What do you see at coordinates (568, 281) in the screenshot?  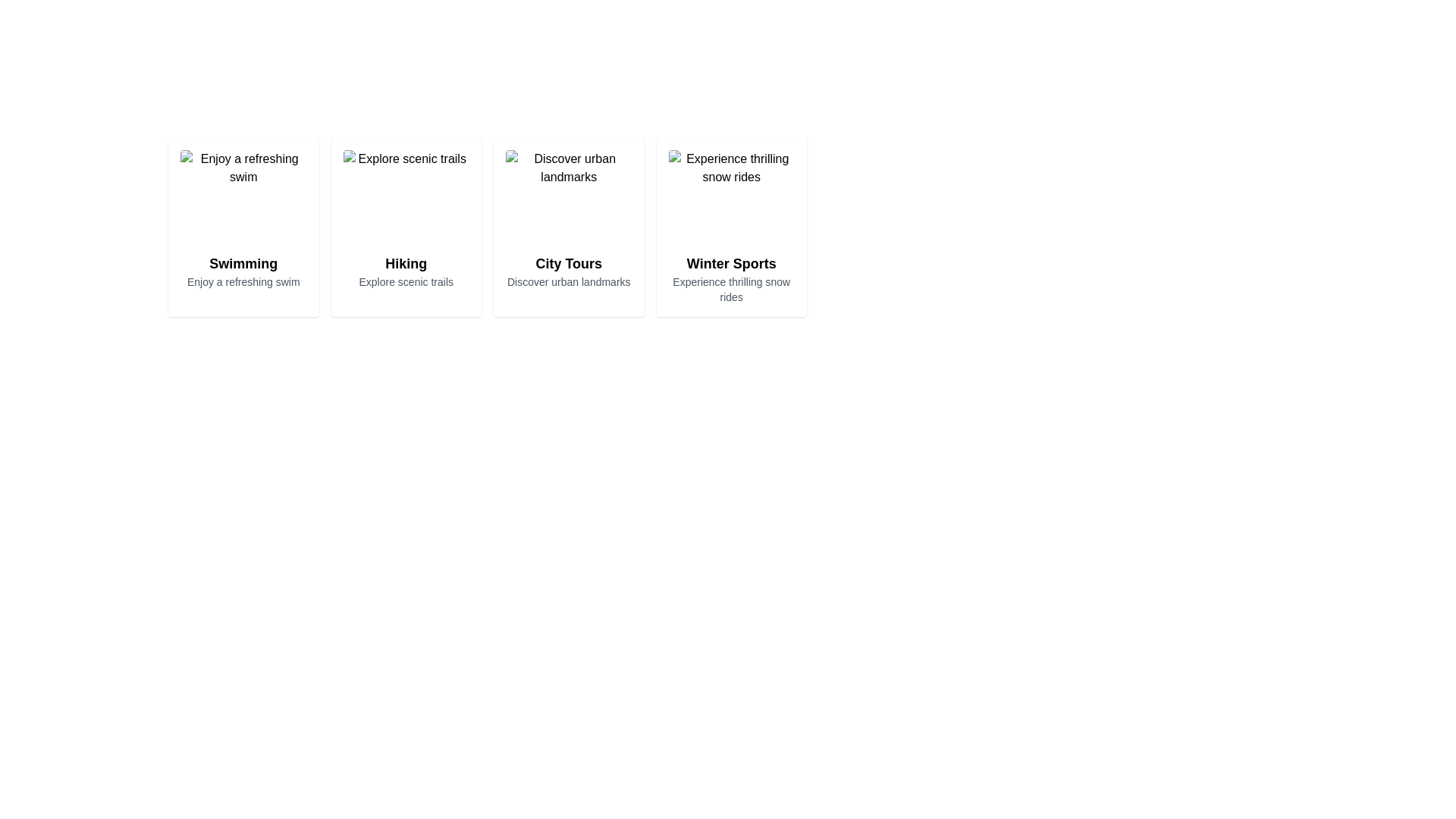 I see `the static text label that provides additional information about 'City Tours', located beneath the 'City Tours' heading in the bottom section of the card component` at bounding box center [568, 281].